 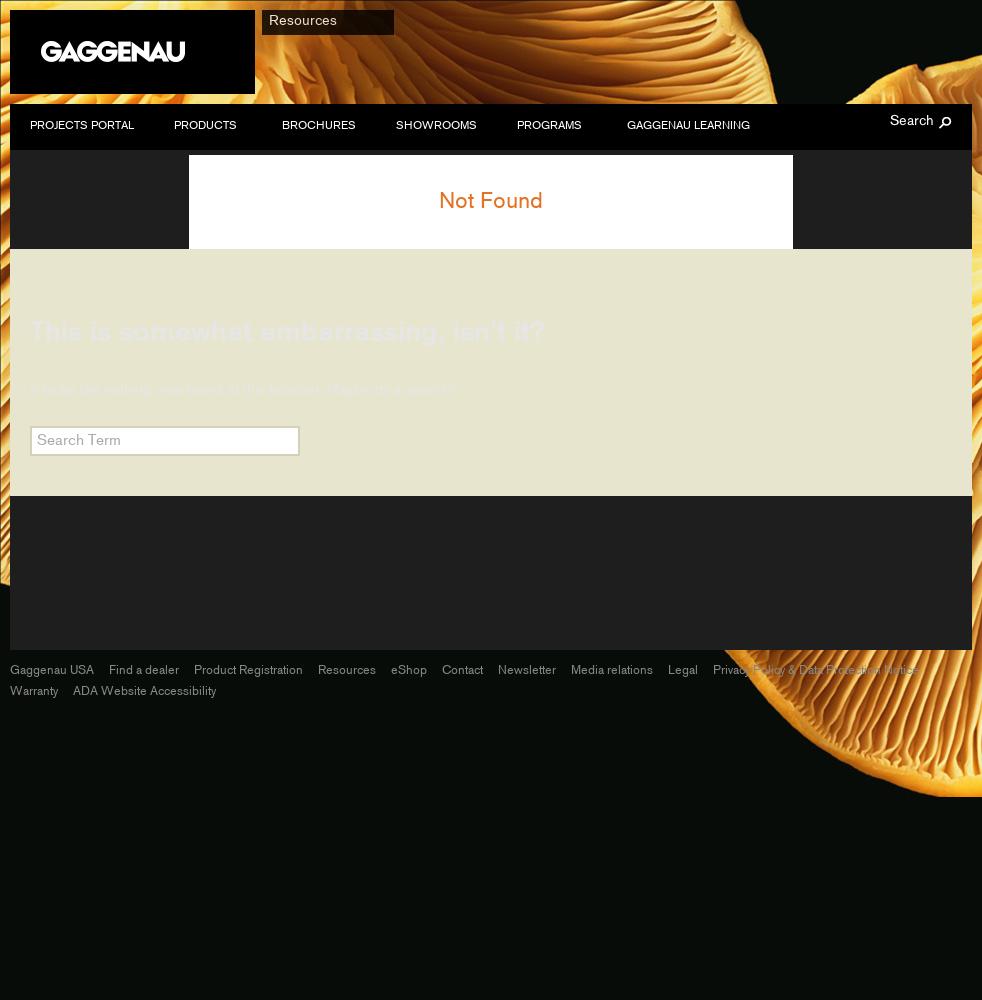 I want to click on 'It looks like nothing was found at this location. Maybe try a search?', so click(x=28, y=389).